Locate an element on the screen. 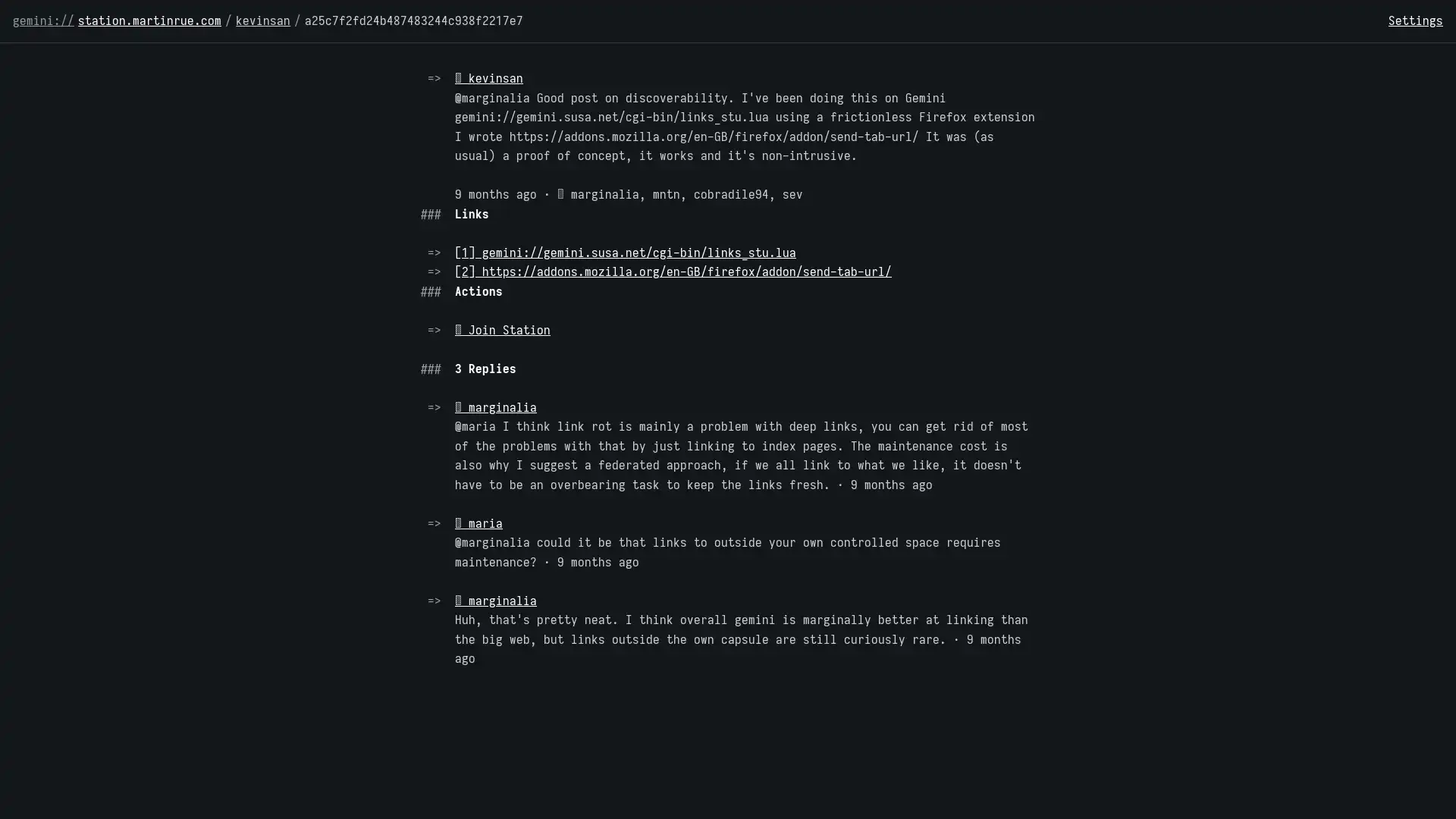 This screenshot has width=1456, height=819. Settings is located at coordinates (1415, 20).